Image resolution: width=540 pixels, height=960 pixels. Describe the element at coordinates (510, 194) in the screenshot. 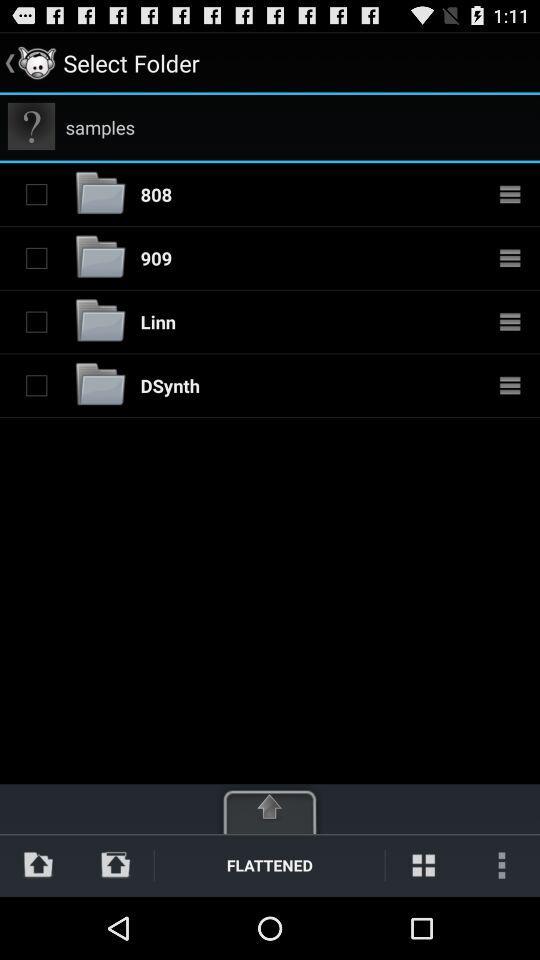

I see `see what 's in this folder` at that location.